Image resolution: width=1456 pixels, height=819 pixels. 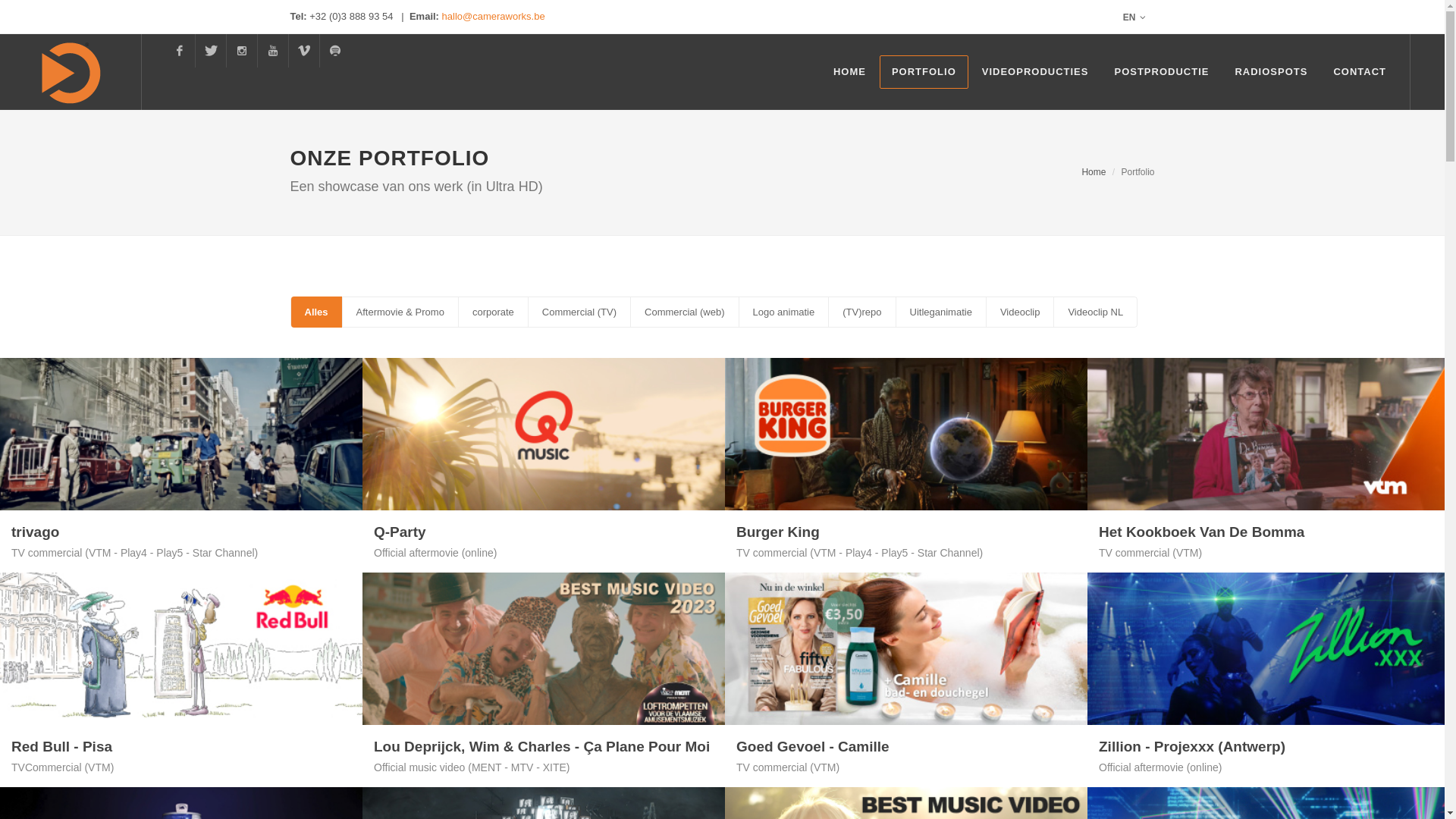 What do you see at coordinates (783, 311) in the screenshot?
I see `'Logo animatie'` at bounding box center [783, 311].